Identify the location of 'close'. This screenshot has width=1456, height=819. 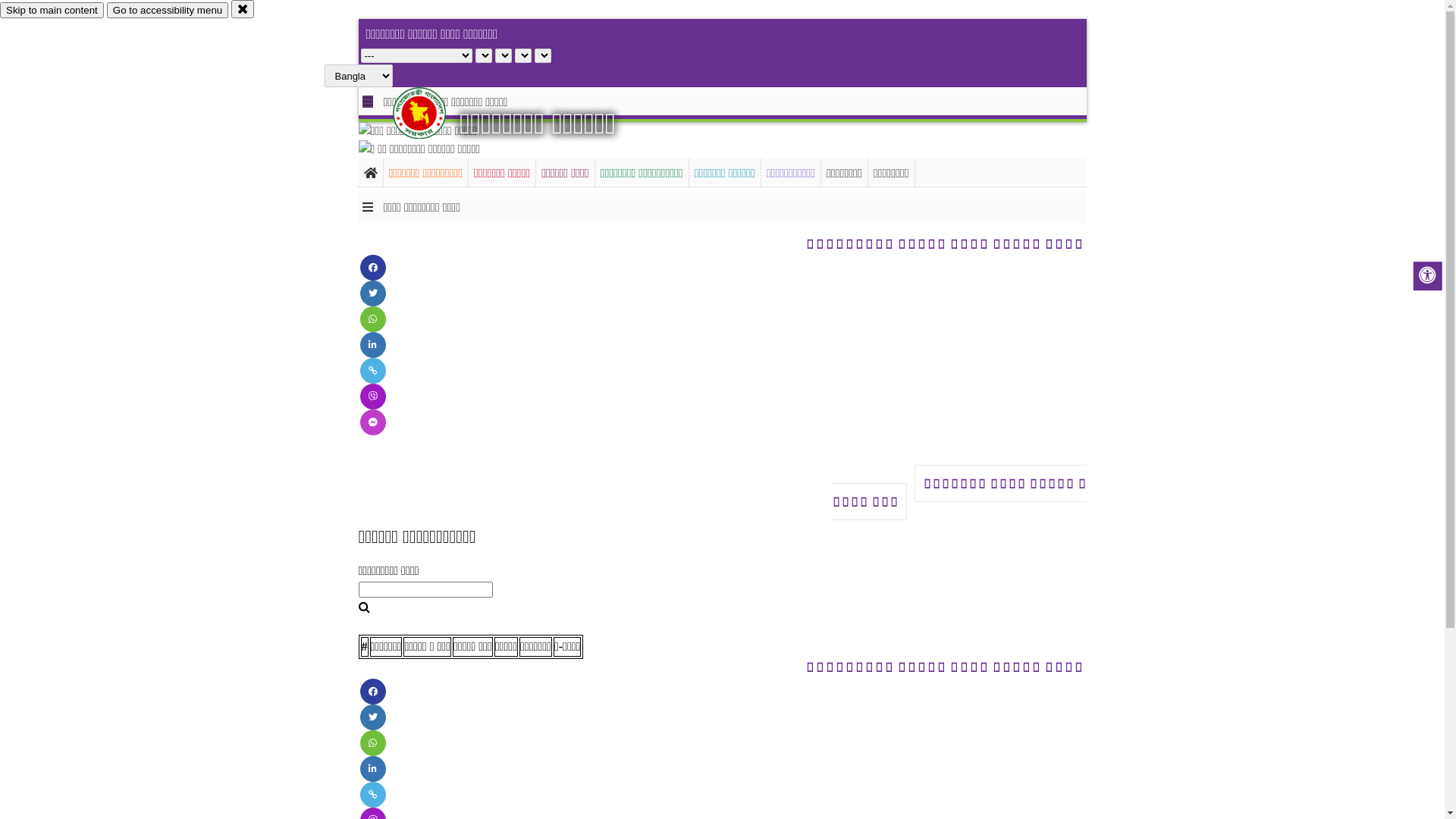
(231, 8).